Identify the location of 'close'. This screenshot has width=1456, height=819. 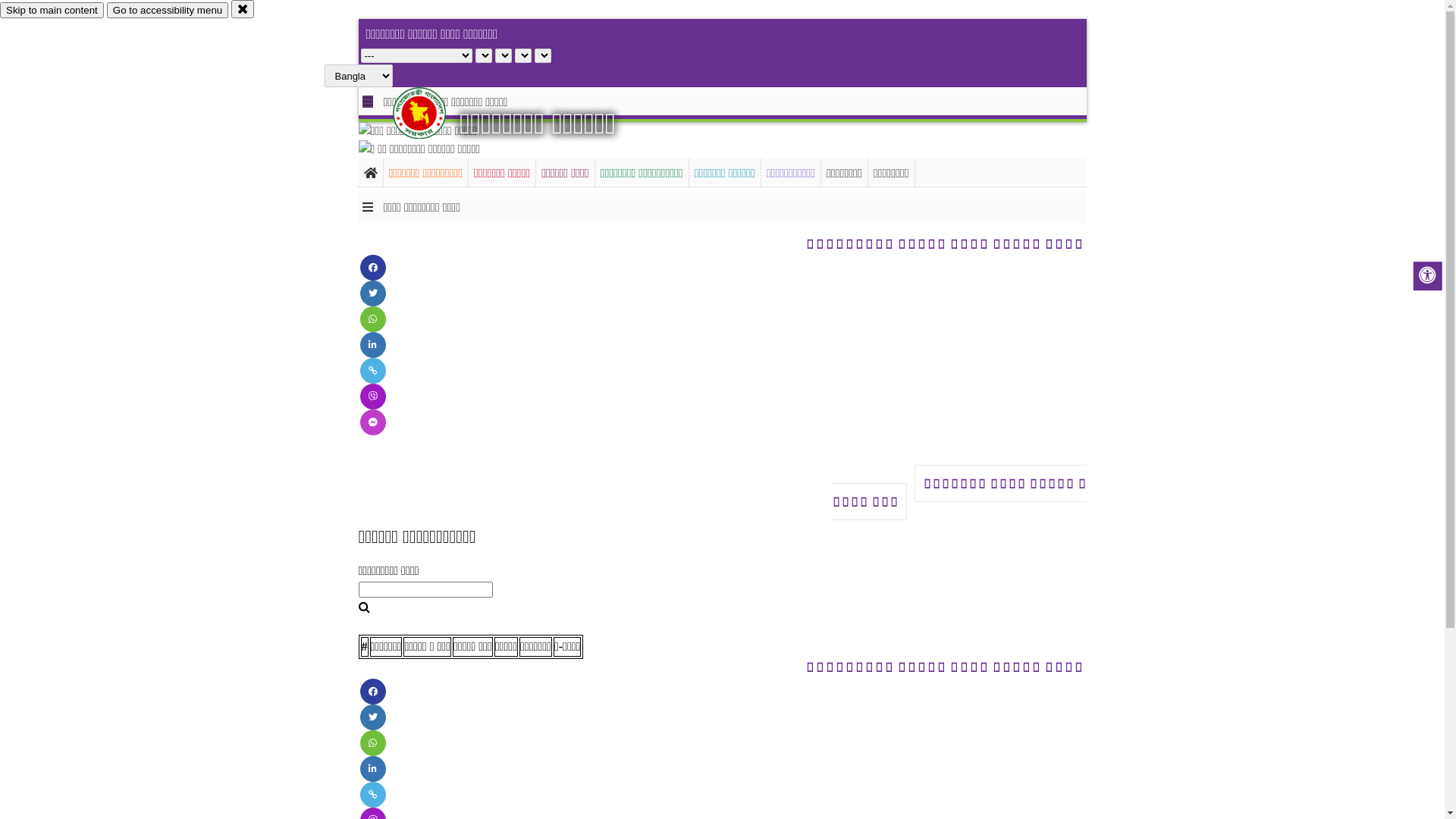
(231, 8).